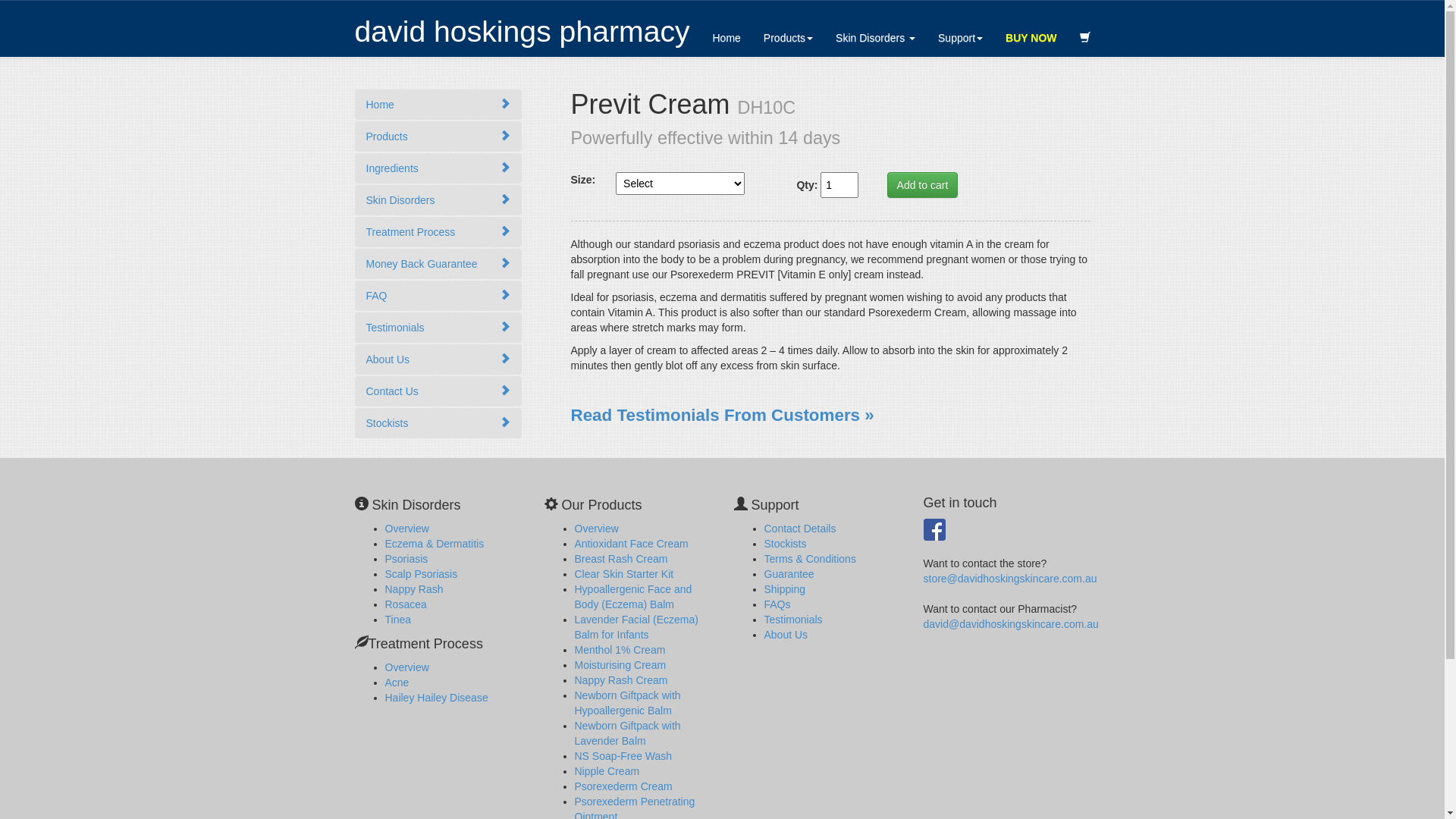 The height and width of the screenshot is (819, 1456). I want to click on 'Antioxidant Face Cream', so click(632, 543).